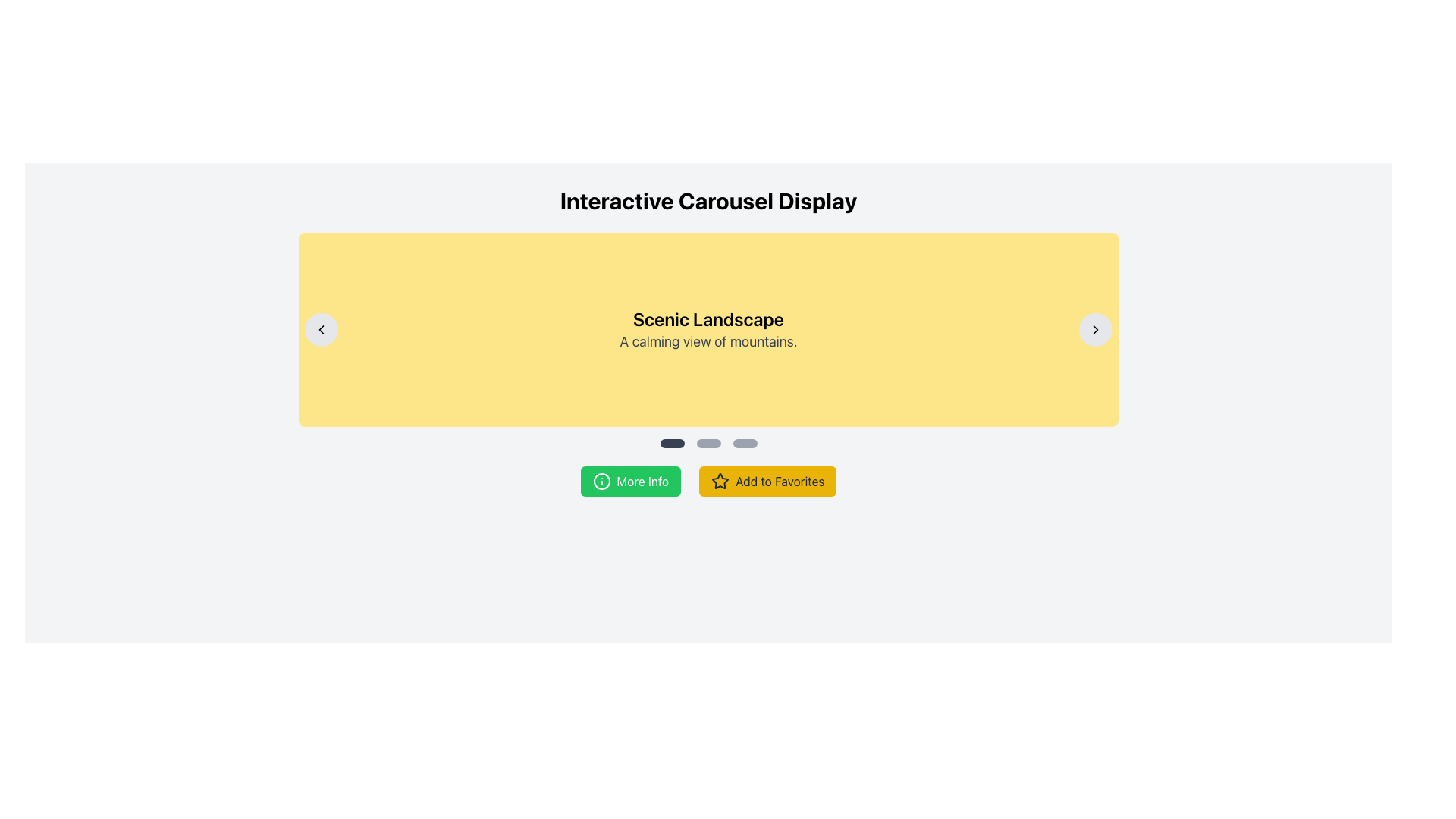  What do you see at coordinates (708, 318) in the screenshot?
I see `the Static Text element that serves as the title for the section, positioned centrally above the descriptive text 'A calming view of mountains.'` at bounding box center [708, 318].